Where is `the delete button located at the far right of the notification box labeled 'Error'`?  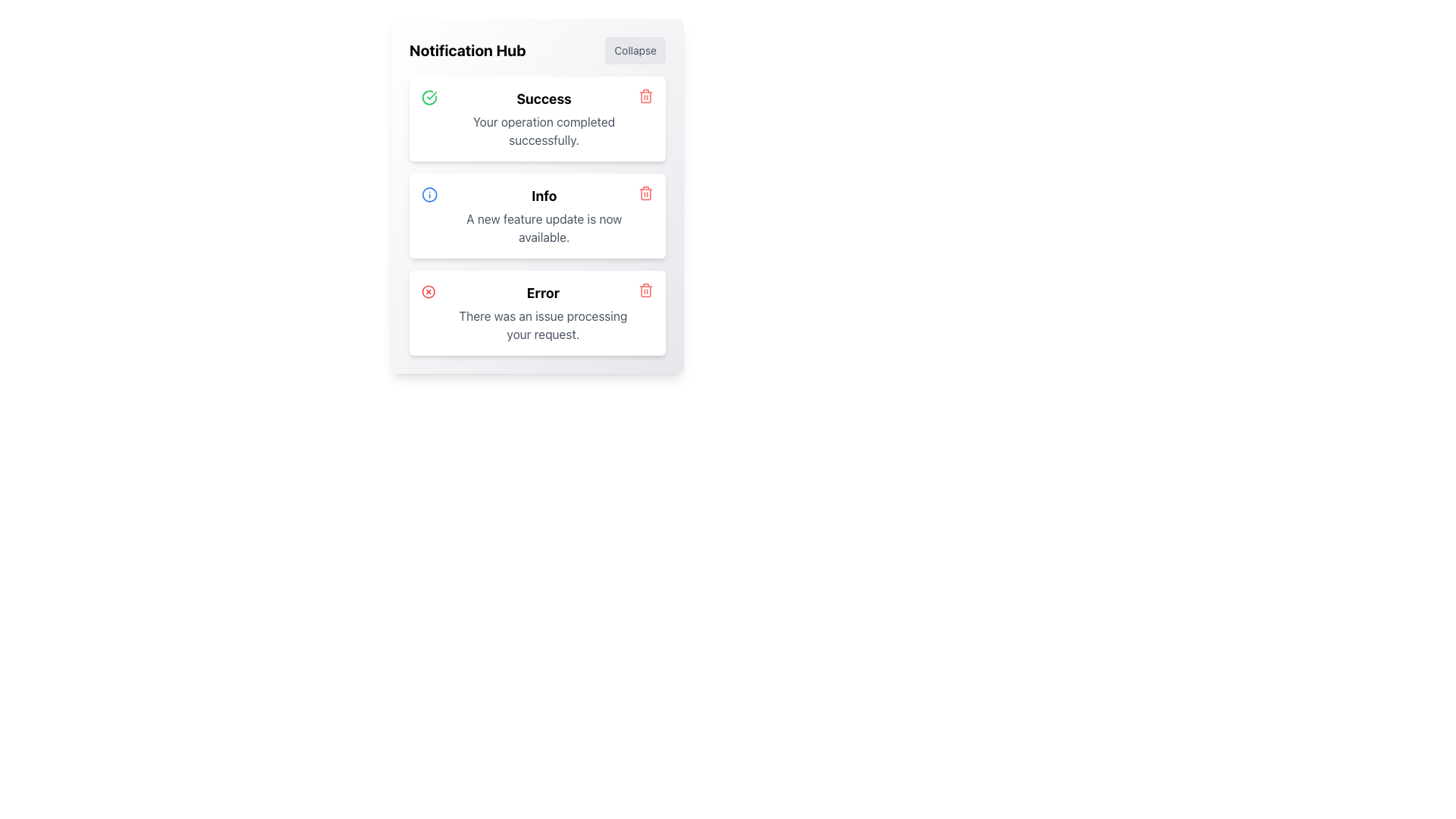 the delete button located at the far right of the notification box labeled 'Error' is located at coordinates (645, 290).